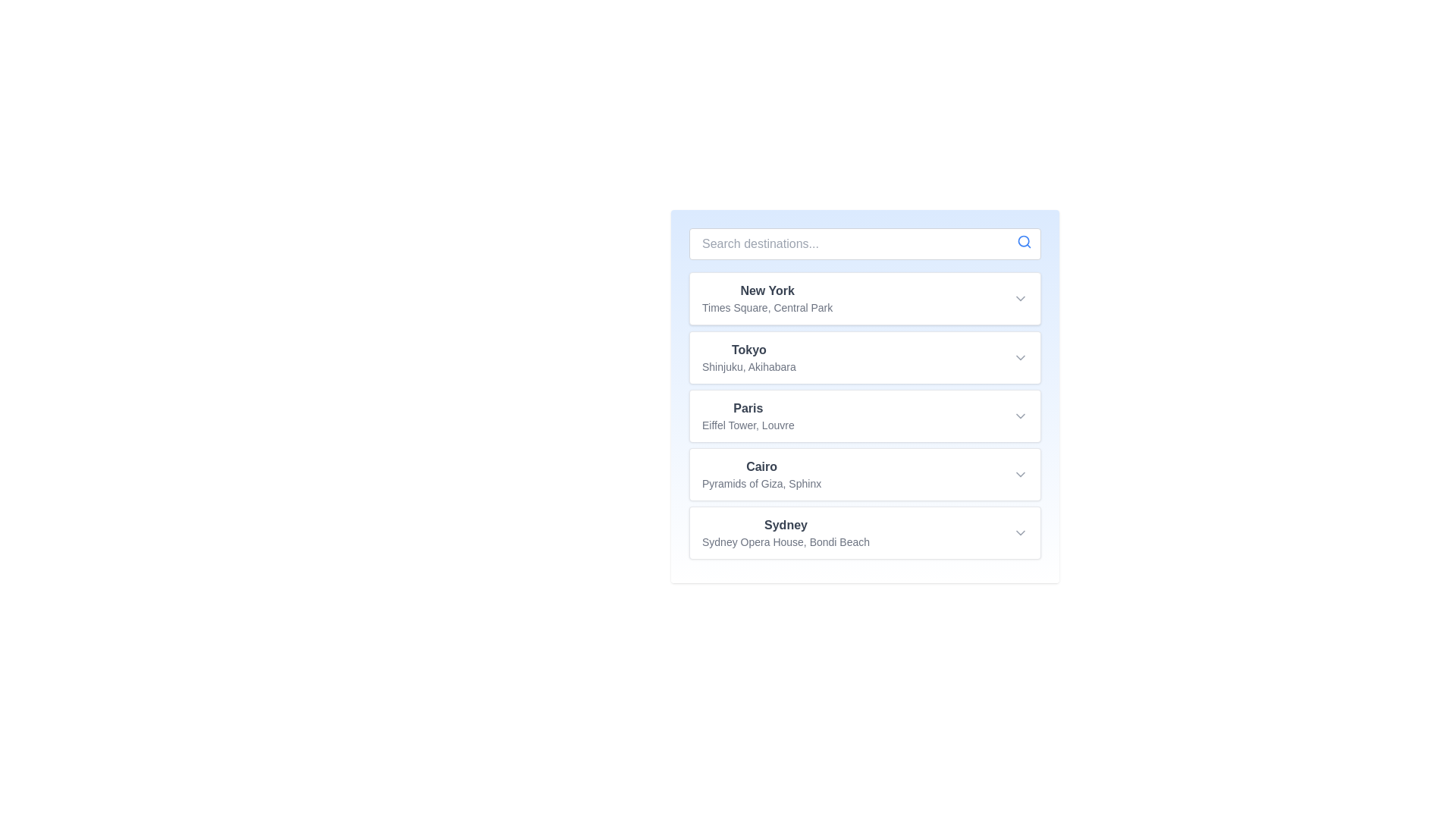  What do you see at coordinates (761, 483) in the screenshot?
I see `the text label that provides additional descriptive information about the 'Cairo' list entry, located below the title 'Cairo.'` at bounding box center [761, 483].